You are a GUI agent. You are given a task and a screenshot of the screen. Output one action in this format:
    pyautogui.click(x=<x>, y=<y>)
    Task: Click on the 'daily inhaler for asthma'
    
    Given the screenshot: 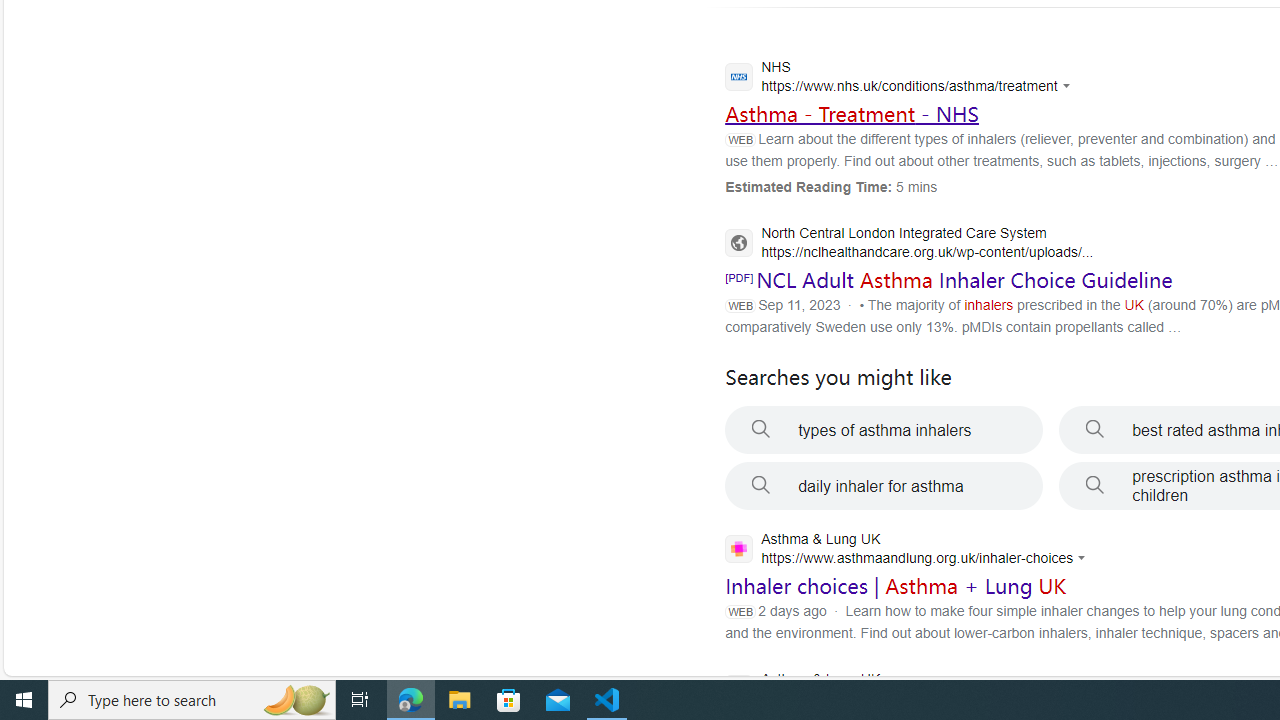 What is the action you would take?
    pyautogui.click(x=883, y=486)
    